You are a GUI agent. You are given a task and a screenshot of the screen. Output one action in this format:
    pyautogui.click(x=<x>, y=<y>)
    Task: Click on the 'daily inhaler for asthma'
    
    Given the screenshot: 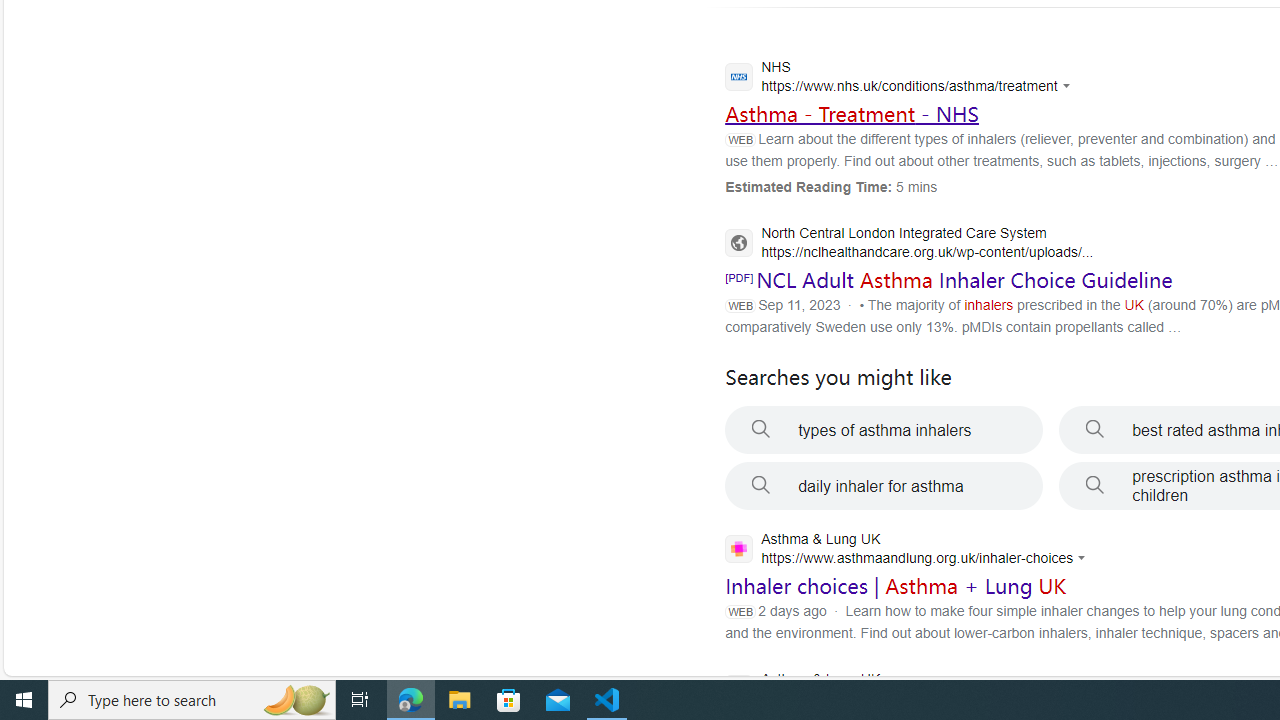 What is the action you would take?
    pyautogui.click(x=883, y=486)
    